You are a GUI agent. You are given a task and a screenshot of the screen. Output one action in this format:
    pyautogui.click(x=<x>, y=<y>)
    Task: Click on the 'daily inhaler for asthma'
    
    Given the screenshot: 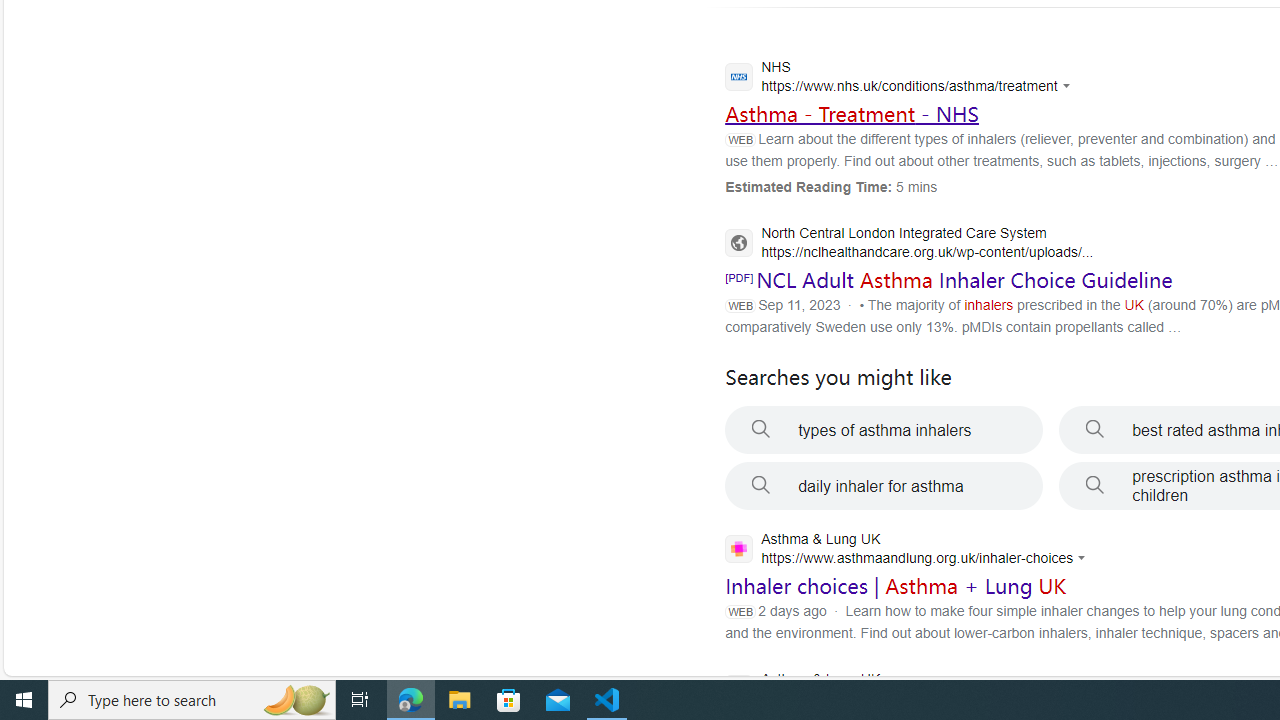 What is the action you would take?
    pyautogui.click(x=883, y=486)
    